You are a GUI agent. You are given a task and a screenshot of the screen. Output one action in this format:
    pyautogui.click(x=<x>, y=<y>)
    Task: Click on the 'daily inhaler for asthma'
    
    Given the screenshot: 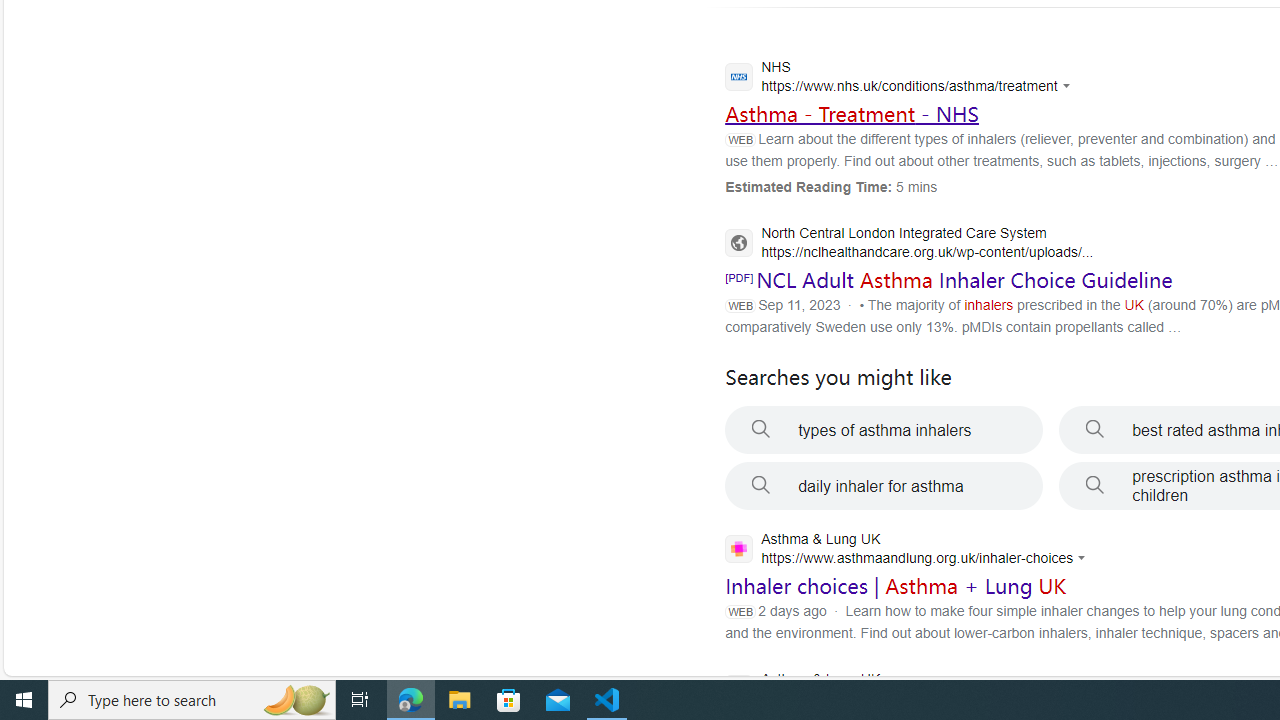 What is the action you would take?
    pyautogui.click(x=883, y=486)
    